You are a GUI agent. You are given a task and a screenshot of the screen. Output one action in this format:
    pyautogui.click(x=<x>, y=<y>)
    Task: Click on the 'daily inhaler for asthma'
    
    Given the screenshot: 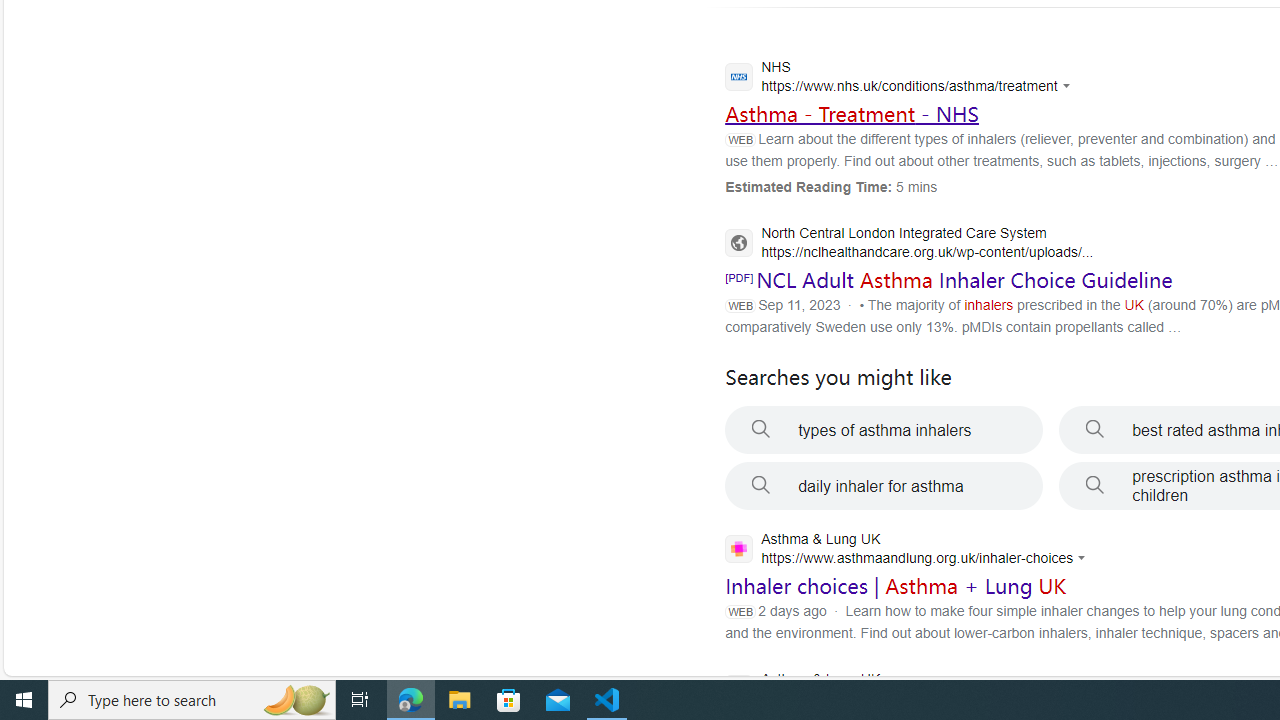 What is the action you would take?
    pyautogui.click(x=883, y=486)
    